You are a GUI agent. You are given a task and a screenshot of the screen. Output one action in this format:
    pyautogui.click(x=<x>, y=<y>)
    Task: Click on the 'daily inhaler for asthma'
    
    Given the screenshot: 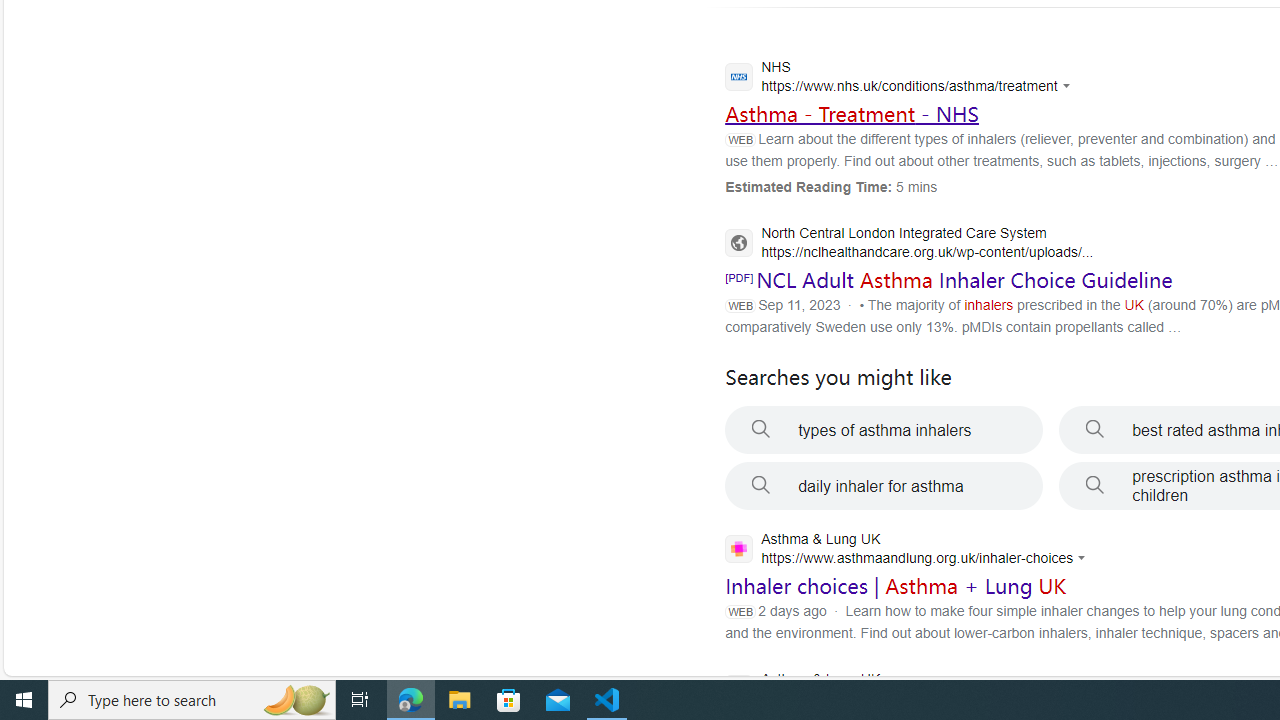 What is the action you would take?
    pyautogui.click(x=883, y=486)
    